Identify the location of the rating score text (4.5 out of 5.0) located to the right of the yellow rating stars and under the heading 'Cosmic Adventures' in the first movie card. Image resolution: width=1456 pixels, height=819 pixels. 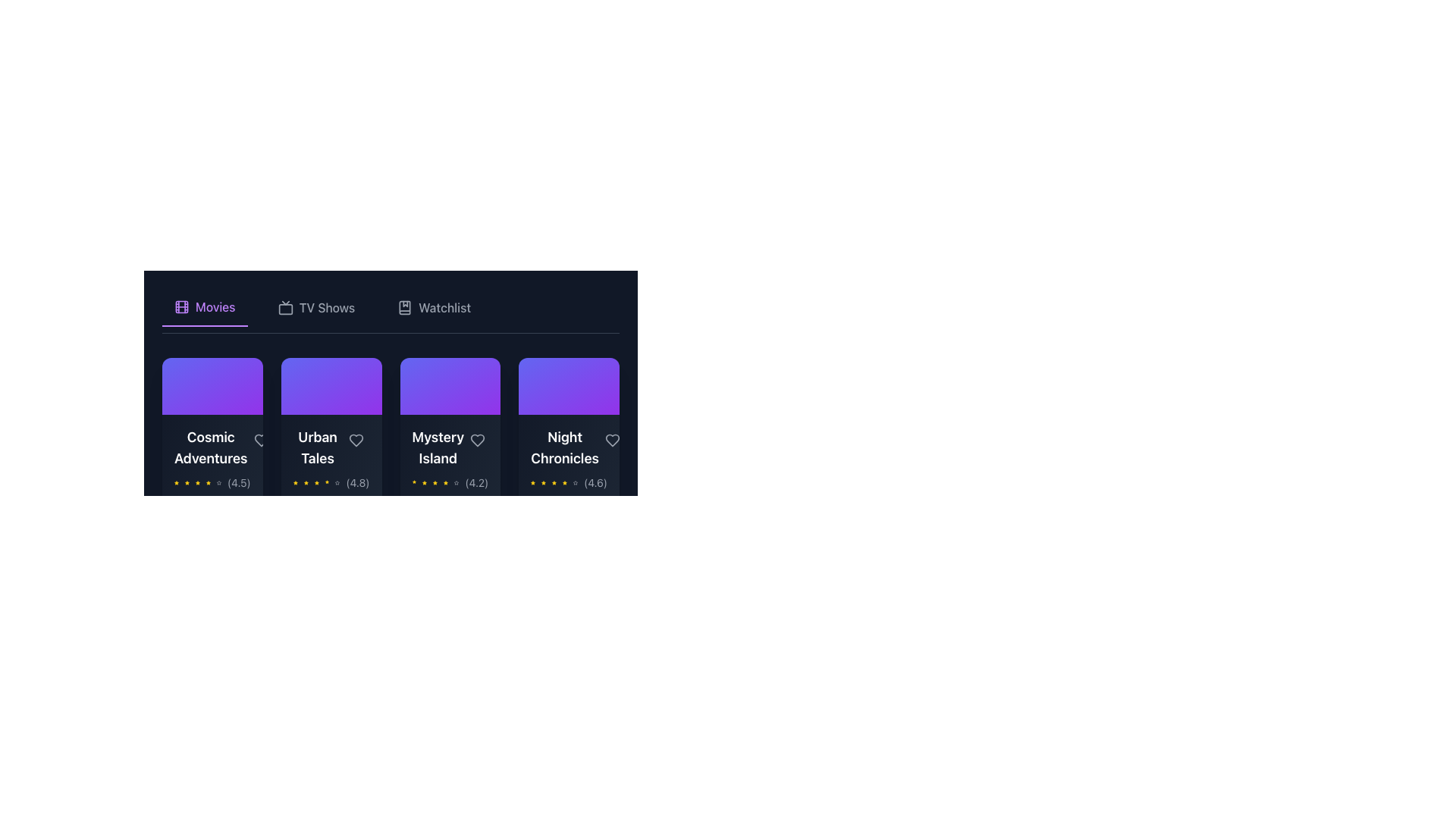
(238, 482).